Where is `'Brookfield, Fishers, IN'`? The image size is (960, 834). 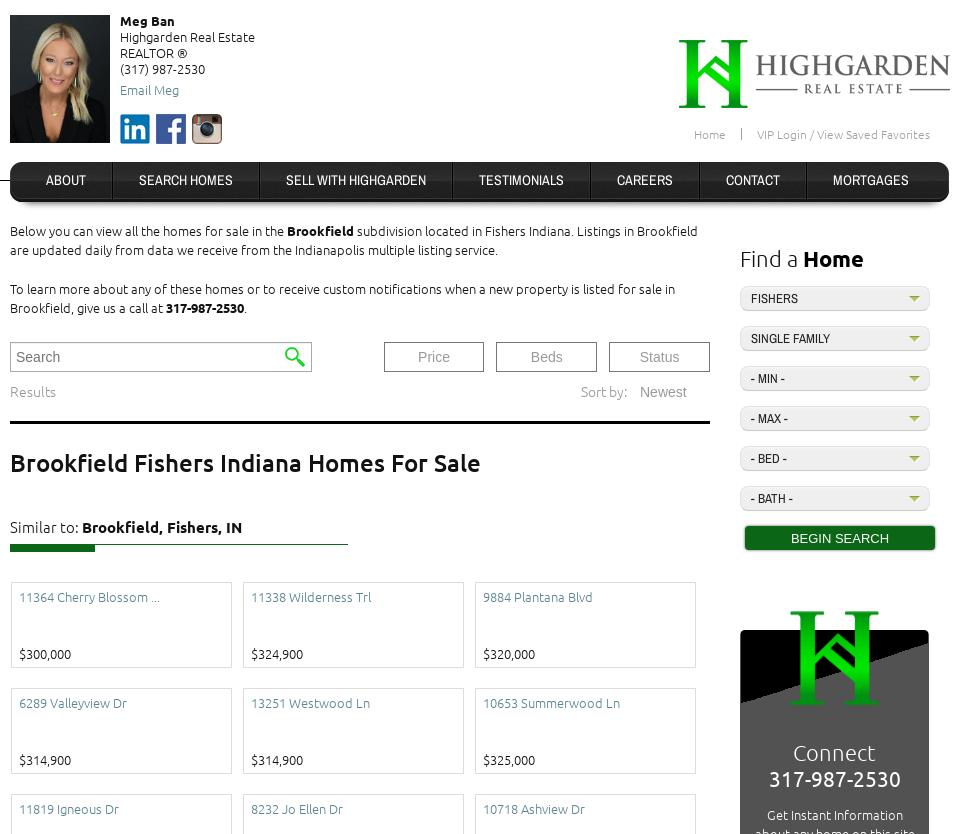 'Brookfield, Fishers, IN' is located at coordinates (161, 525).